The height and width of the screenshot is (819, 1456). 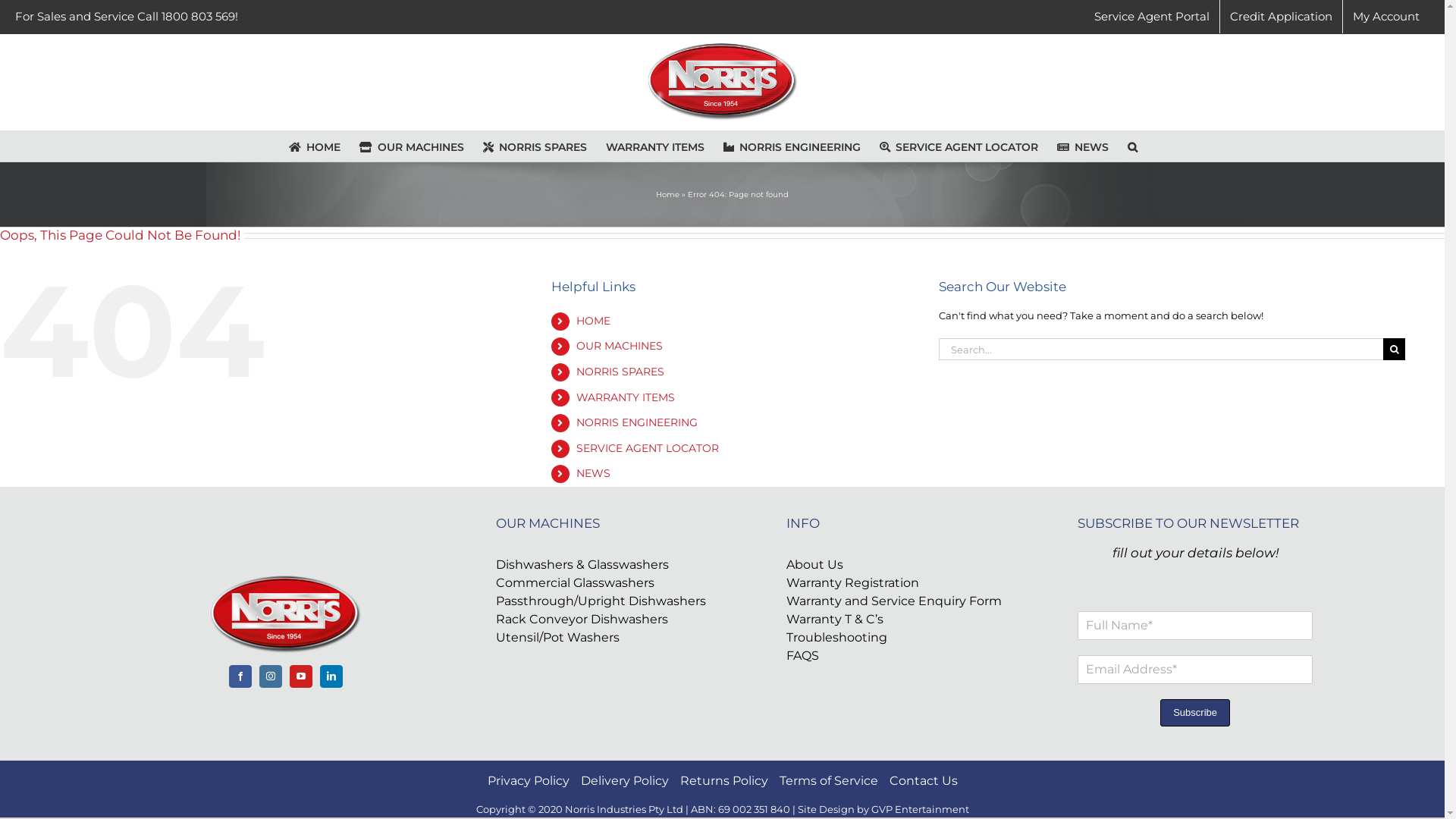 I want to click on 'About Us', so click(x=786, y=564).